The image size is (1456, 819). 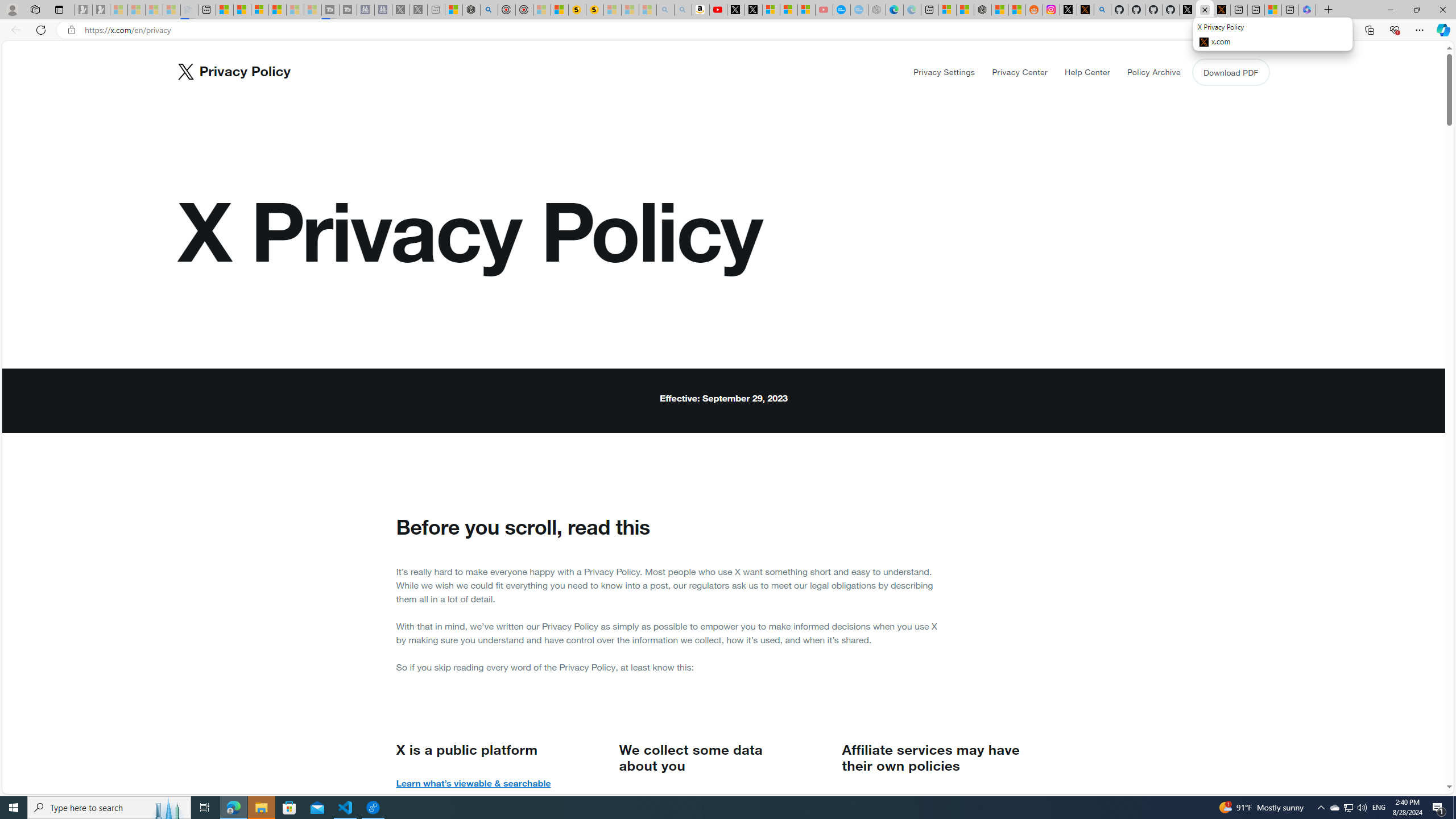 What do you see at coordinates (1291, 30) in the screenshot?
I see `'Enter Immersive Reader (F9)'` at bounding box center [1291, 30].